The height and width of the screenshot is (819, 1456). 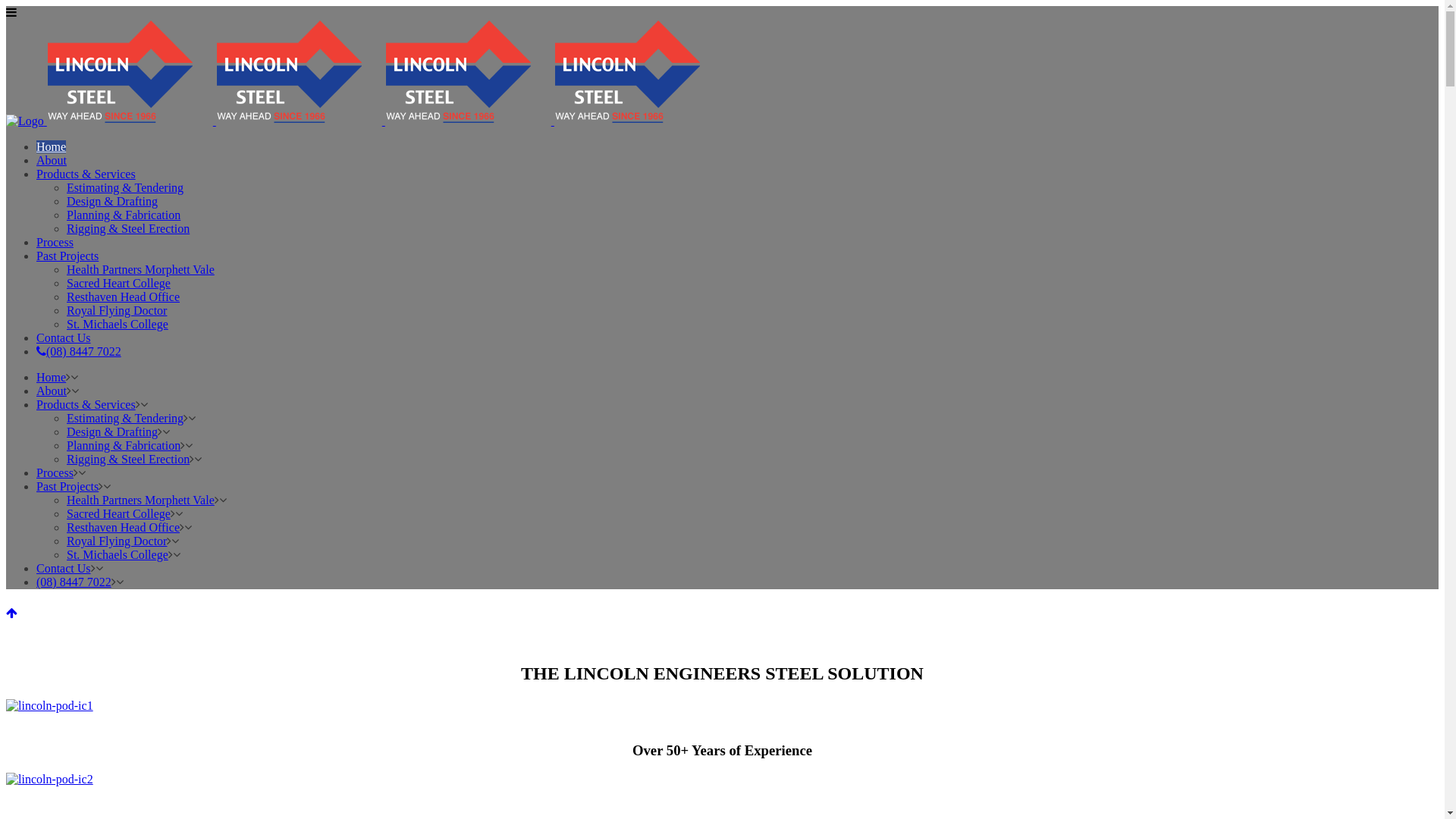 What do you see at coordinates (118, 283) in the screenshot?
I see `'Sacred Heart College'` at bounding box center [118, 283].